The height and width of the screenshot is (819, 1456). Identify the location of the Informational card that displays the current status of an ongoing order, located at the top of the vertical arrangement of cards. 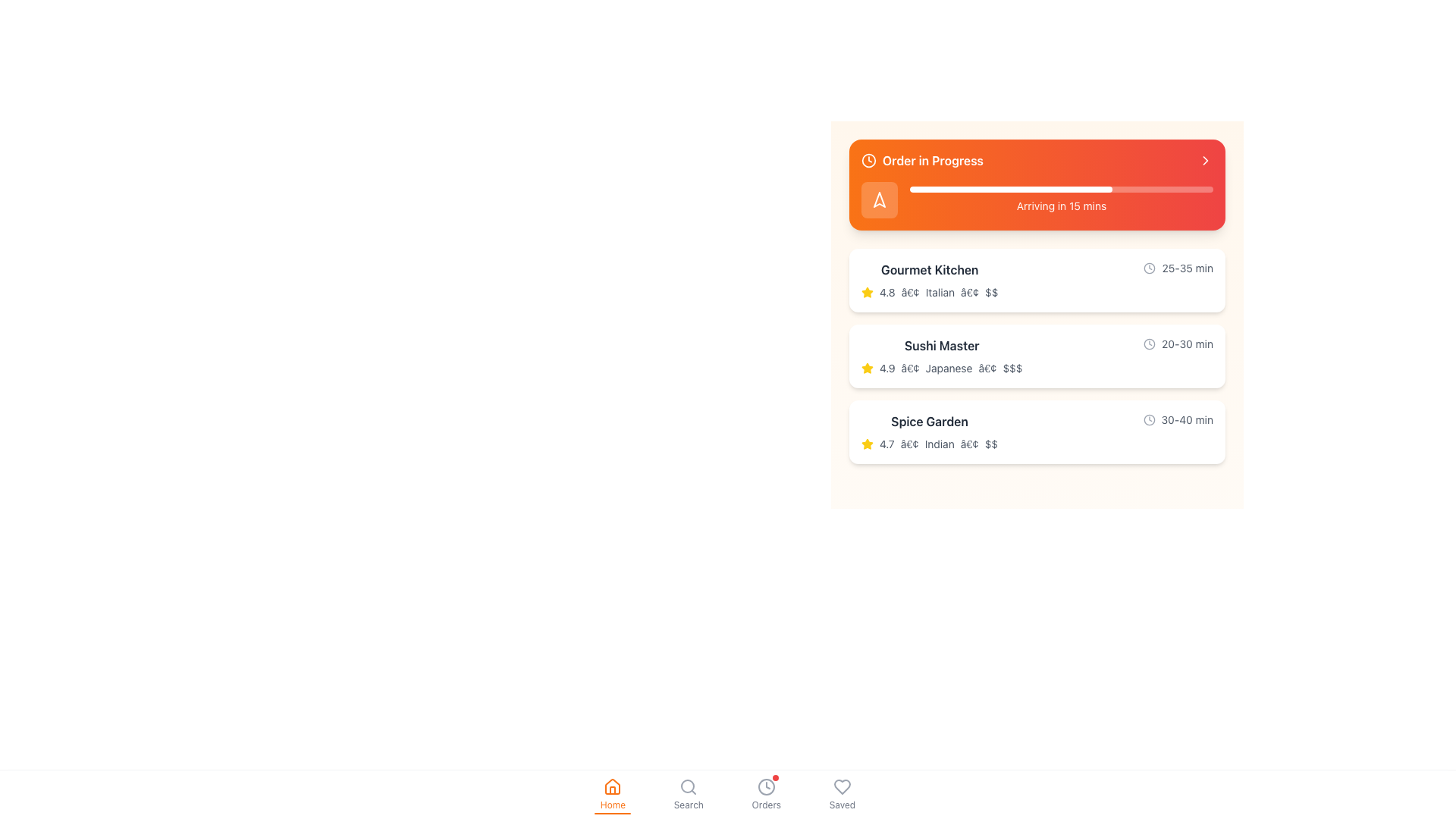
(1037, 184).